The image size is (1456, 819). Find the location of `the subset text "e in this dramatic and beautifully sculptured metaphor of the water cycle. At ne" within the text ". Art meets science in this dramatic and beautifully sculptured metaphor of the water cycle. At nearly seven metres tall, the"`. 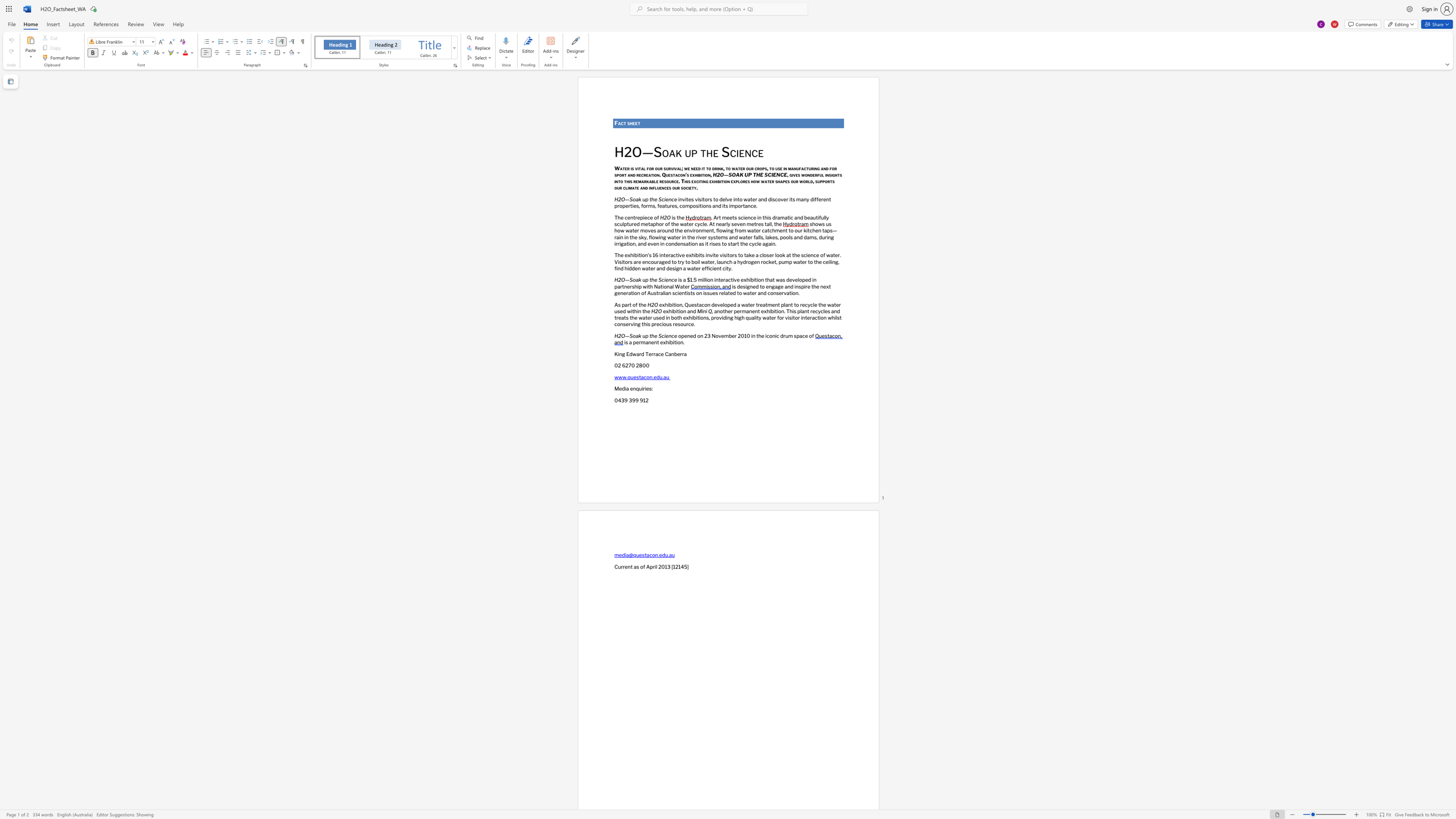

the subset text "e in this dramatic and beautifully sculptured metaphor of the water cycle. At ne" within the text ". Art meets science in this dramatic and beautifully sculptured metaphor of the water cycle. At nearly seven metres tall, the" is located at coordinates (753, 217).